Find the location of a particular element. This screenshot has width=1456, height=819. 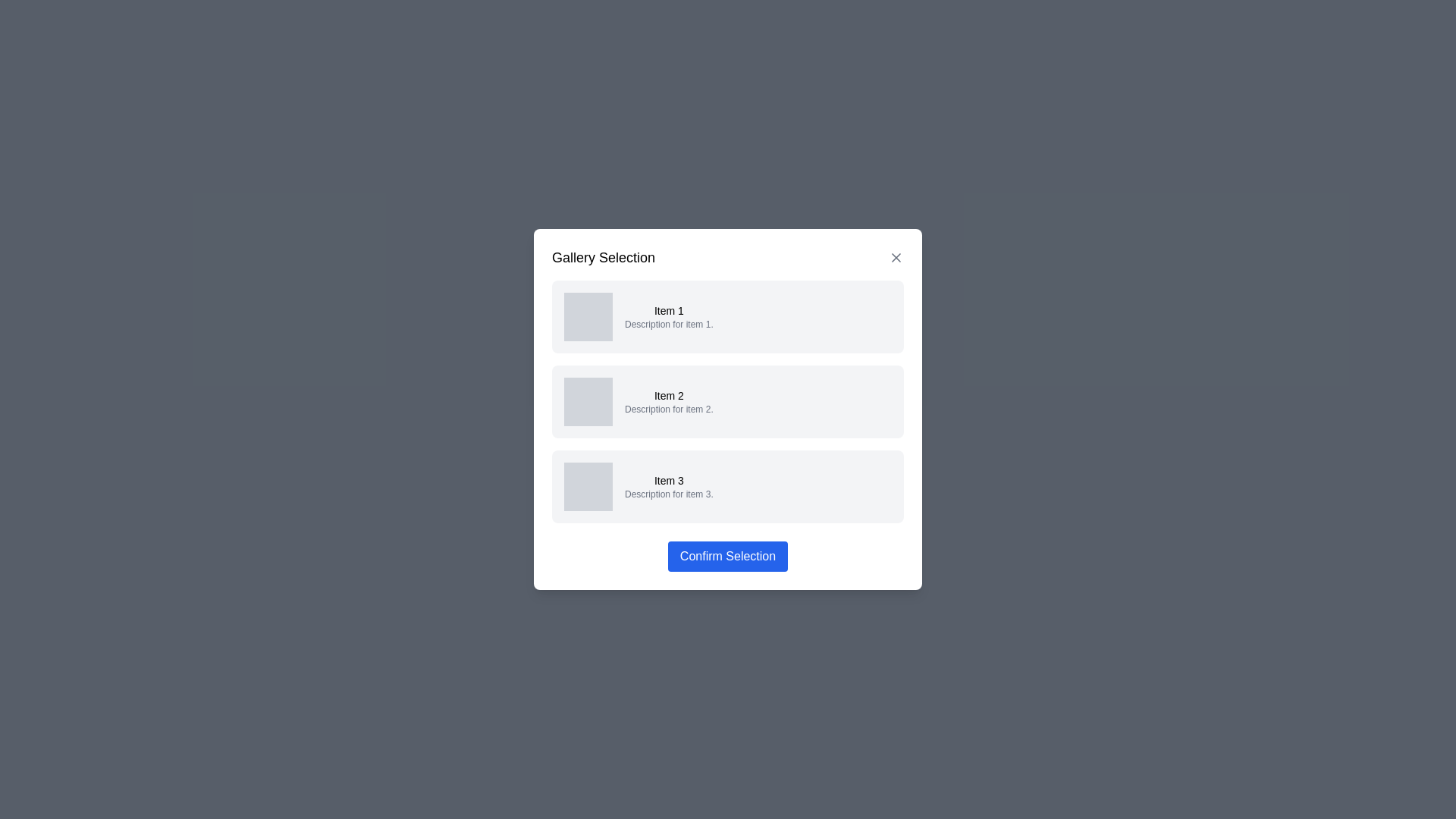

the close button located in the top-right corner of the 'Gallery Selection' modal is located at coordinates (896, 256).